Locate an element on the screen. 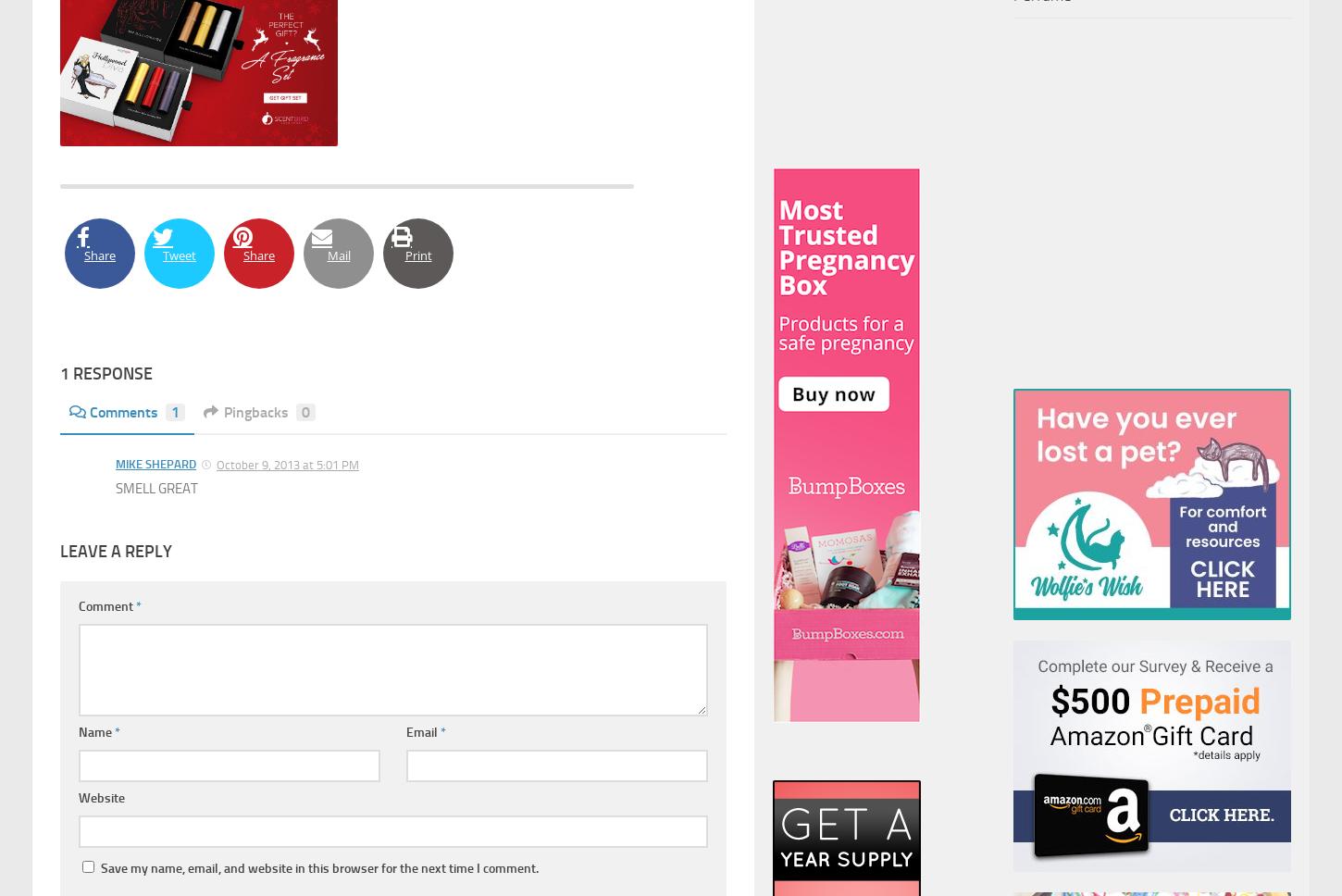 The image size is (1342, 896). 'SMELL GREAT' is located at coordinates (155, 486).